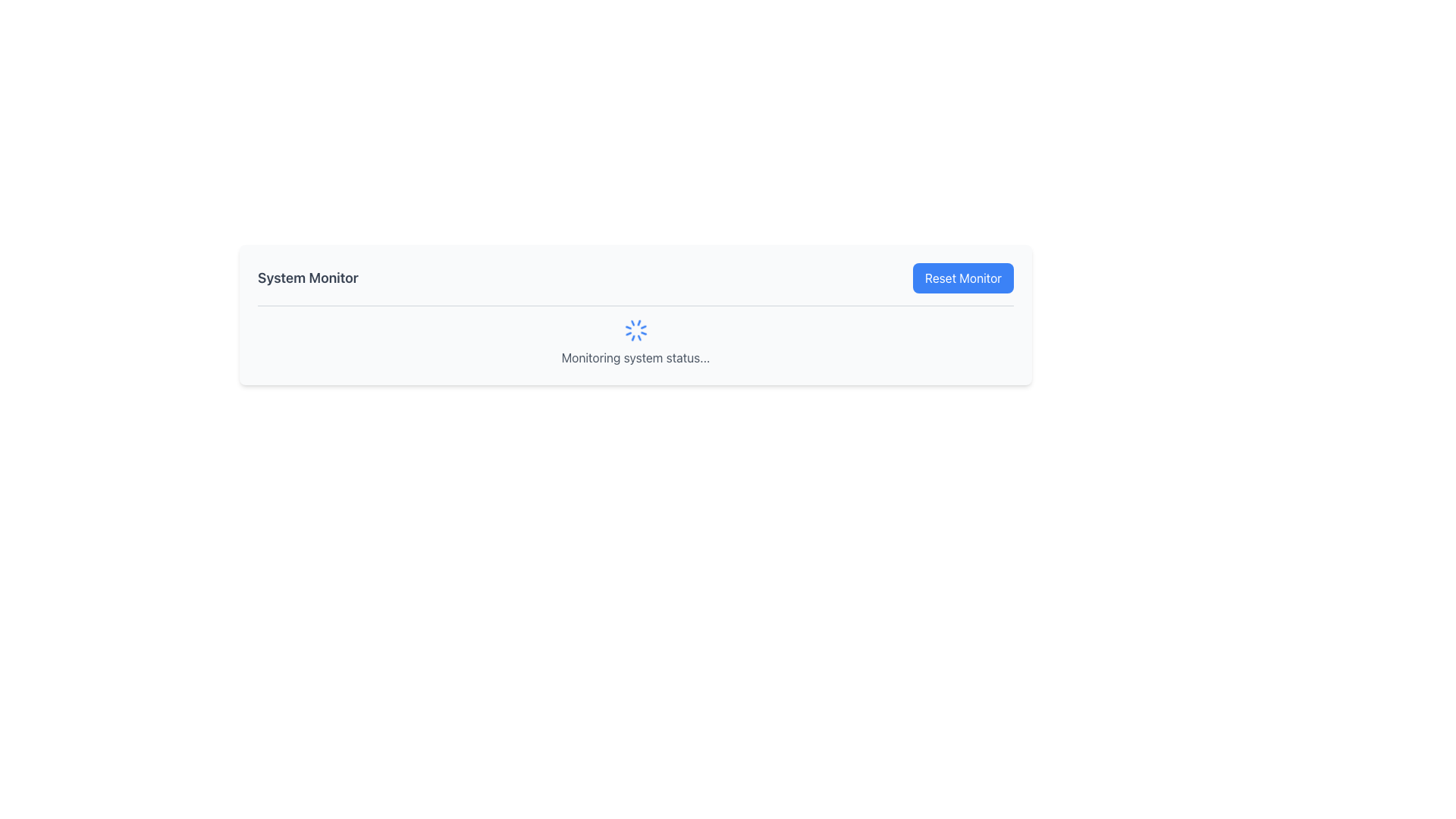 Image resolution: width=1456 pixels, height=819 pixels. What do you see at coordinates (635, 329) in the screenshot?
I see `the circular loading spinner with blue radial spokes that indicates a loading state, located in the center of the status card above the text 'Monitoring system status...'` at bounding box center [635, 329].